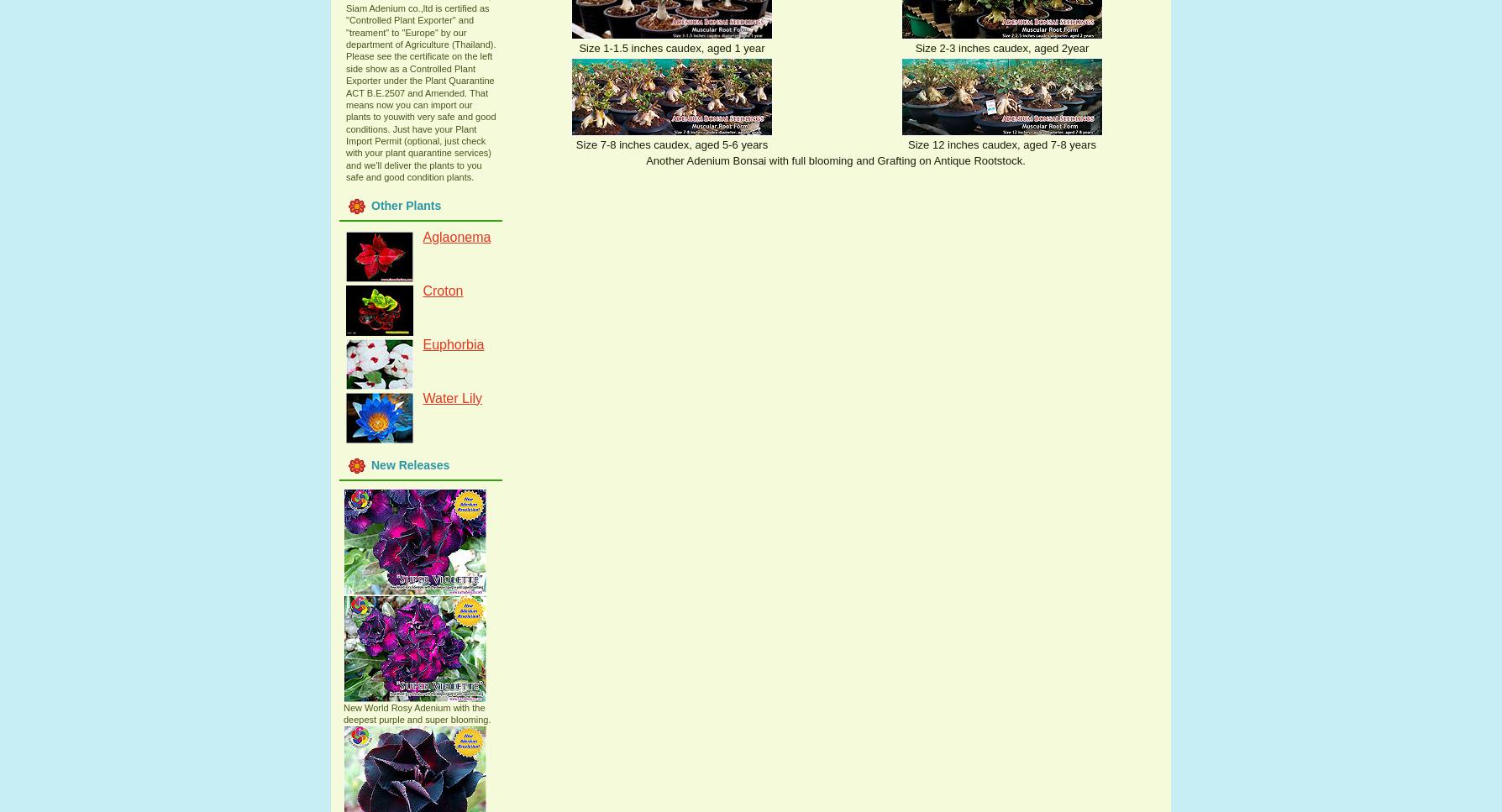 The width and height of the screenshot is (1502, 812). Describe the element at coordinates (442, 289) in the screenshot. I see `'Croton'` at that location.